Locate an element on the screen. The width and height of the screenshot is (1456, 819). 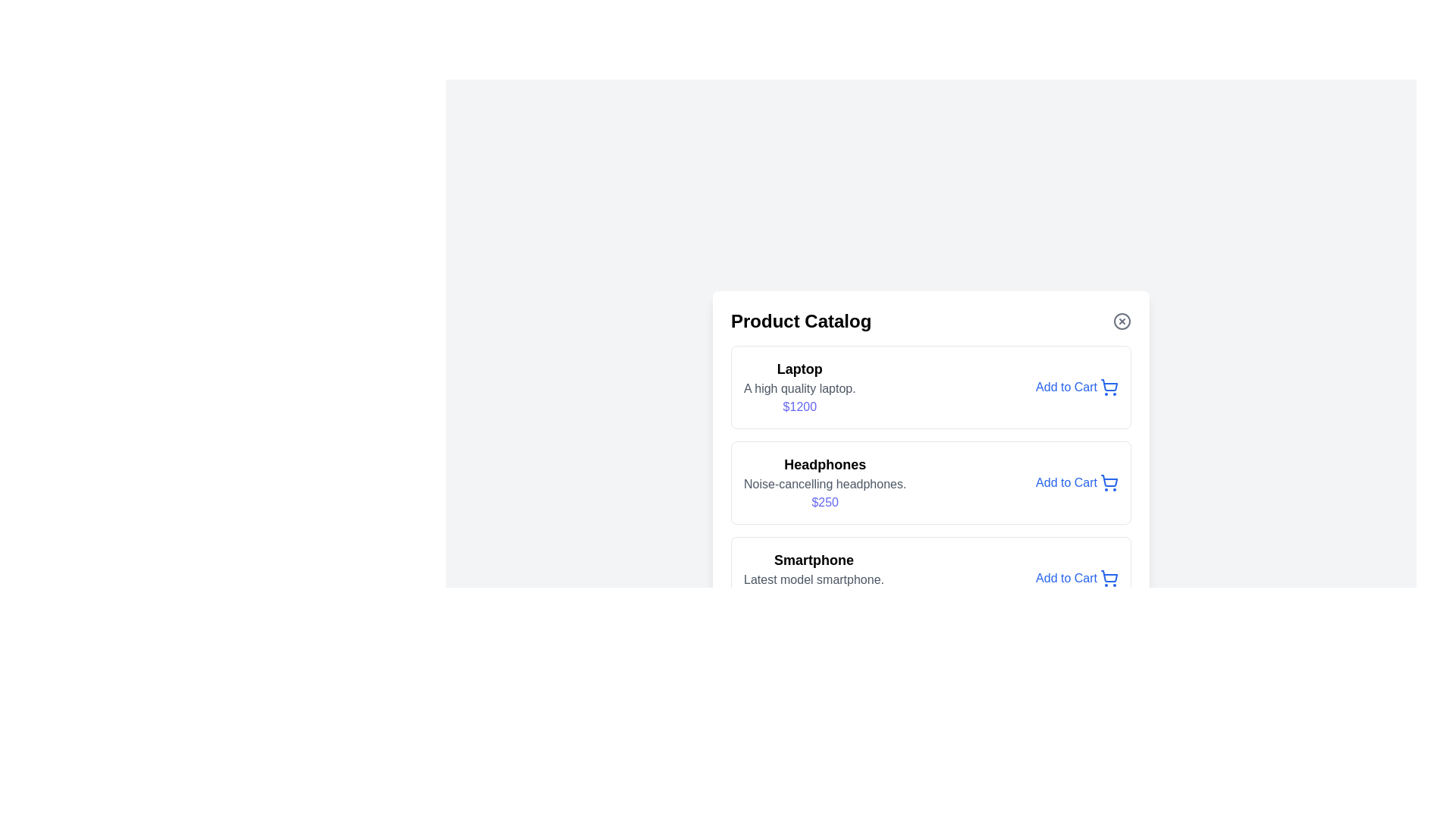
the 'Add to Cart' button for the product Laptop is located at coordinates (1076, 386).